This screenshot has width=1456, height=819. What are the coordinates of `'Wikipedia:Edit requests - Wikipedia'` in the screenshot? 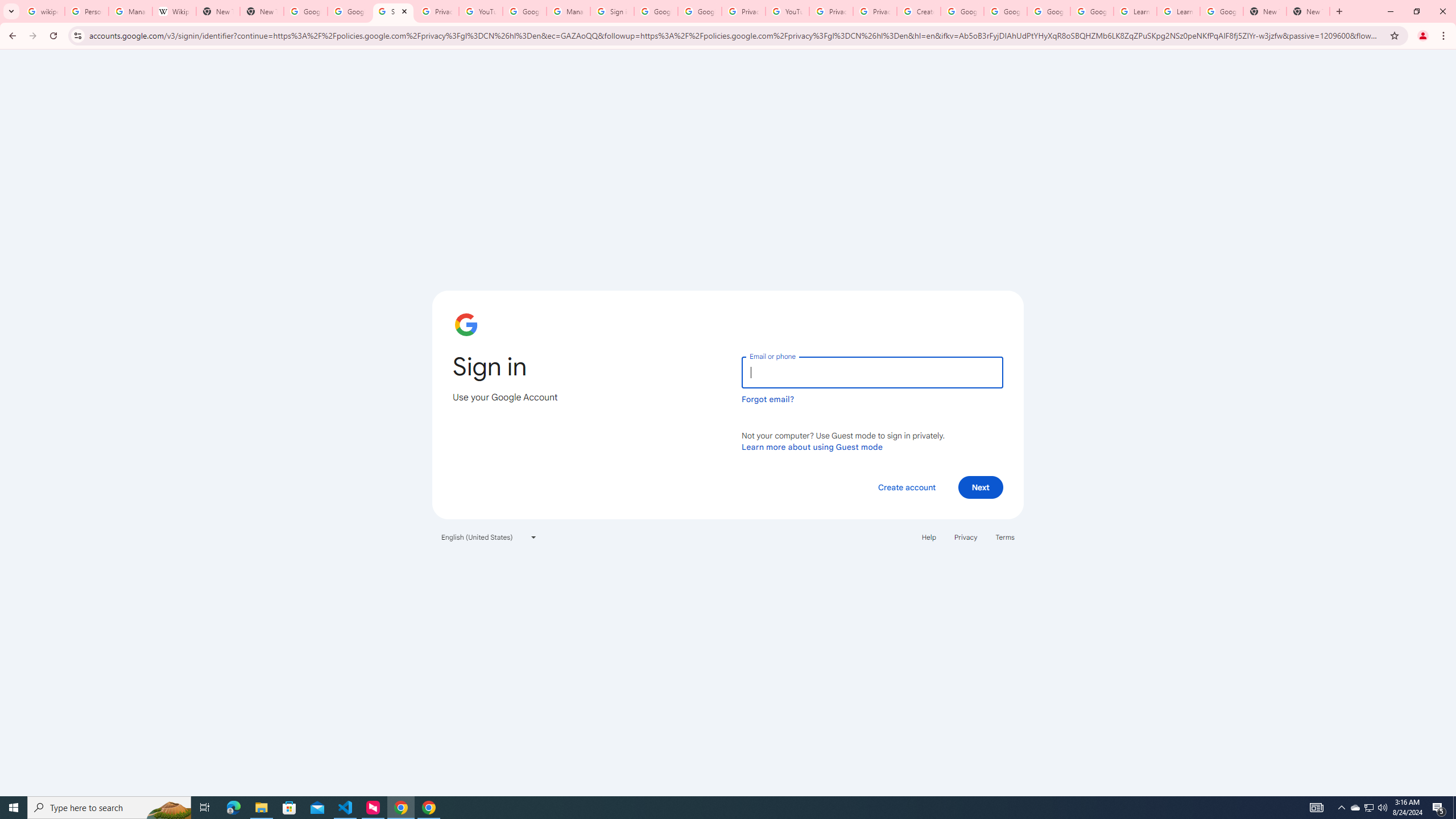 It's located at (173, 11).